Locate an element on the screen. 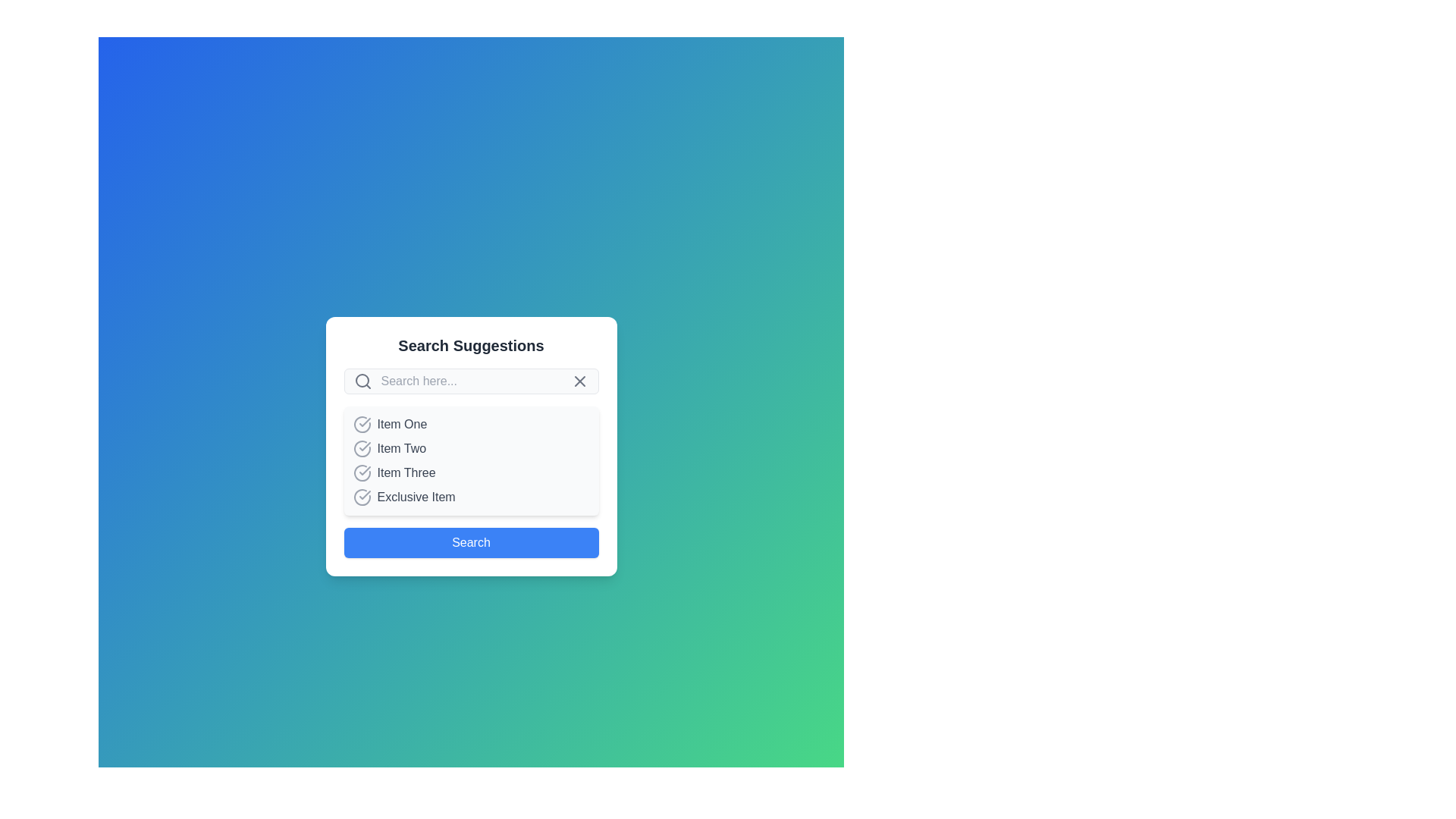 This screenshot has width=1456, height=819. the circular checkmark icon with a light gray stroke color, which is positioned to the left of the text 'Item One' in the first item of the vertical list of suggestions is located at coordinates (361, 424).